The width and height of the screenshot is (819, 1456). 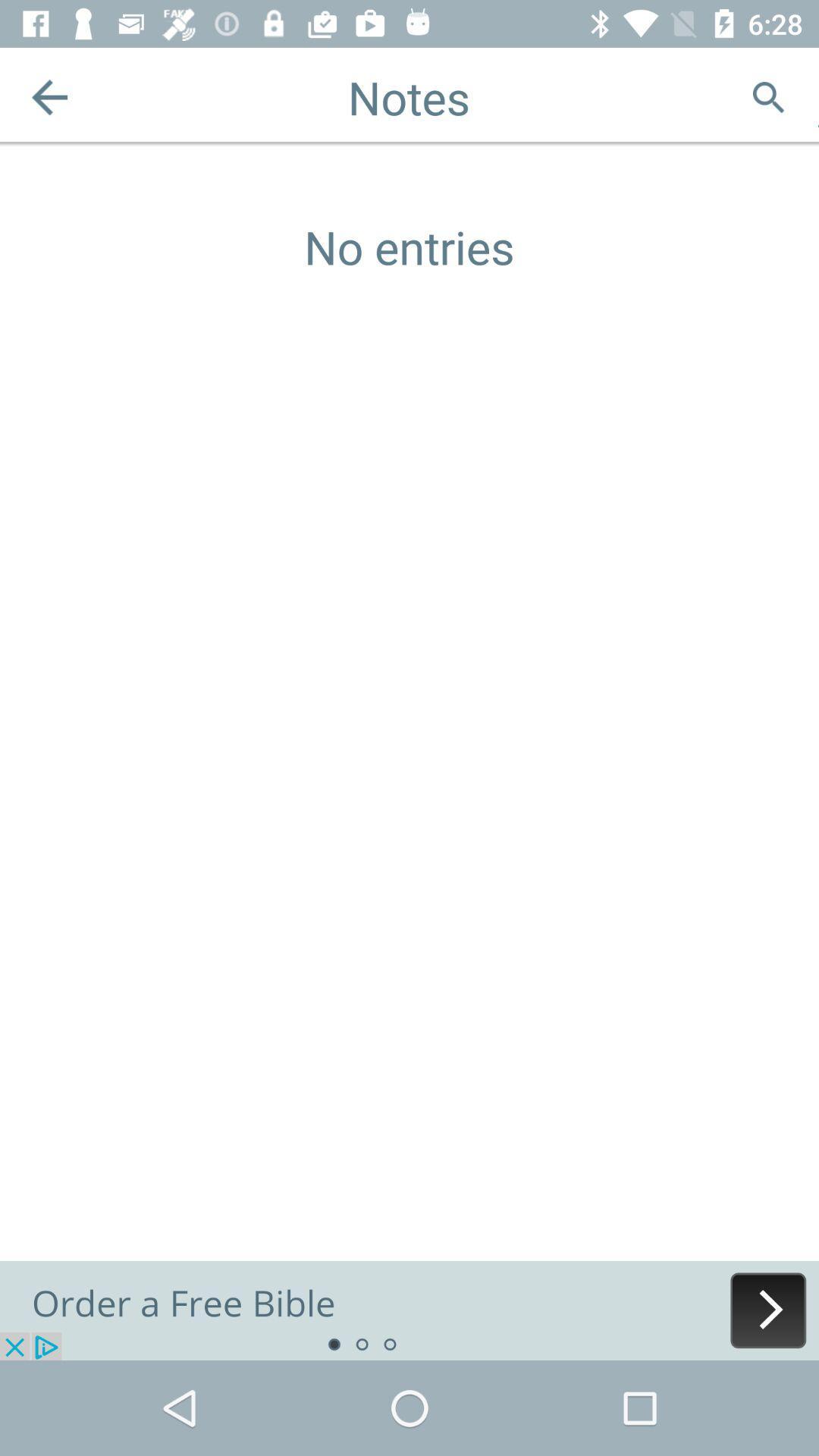 I want to click on search, so click(x=768, y=96).